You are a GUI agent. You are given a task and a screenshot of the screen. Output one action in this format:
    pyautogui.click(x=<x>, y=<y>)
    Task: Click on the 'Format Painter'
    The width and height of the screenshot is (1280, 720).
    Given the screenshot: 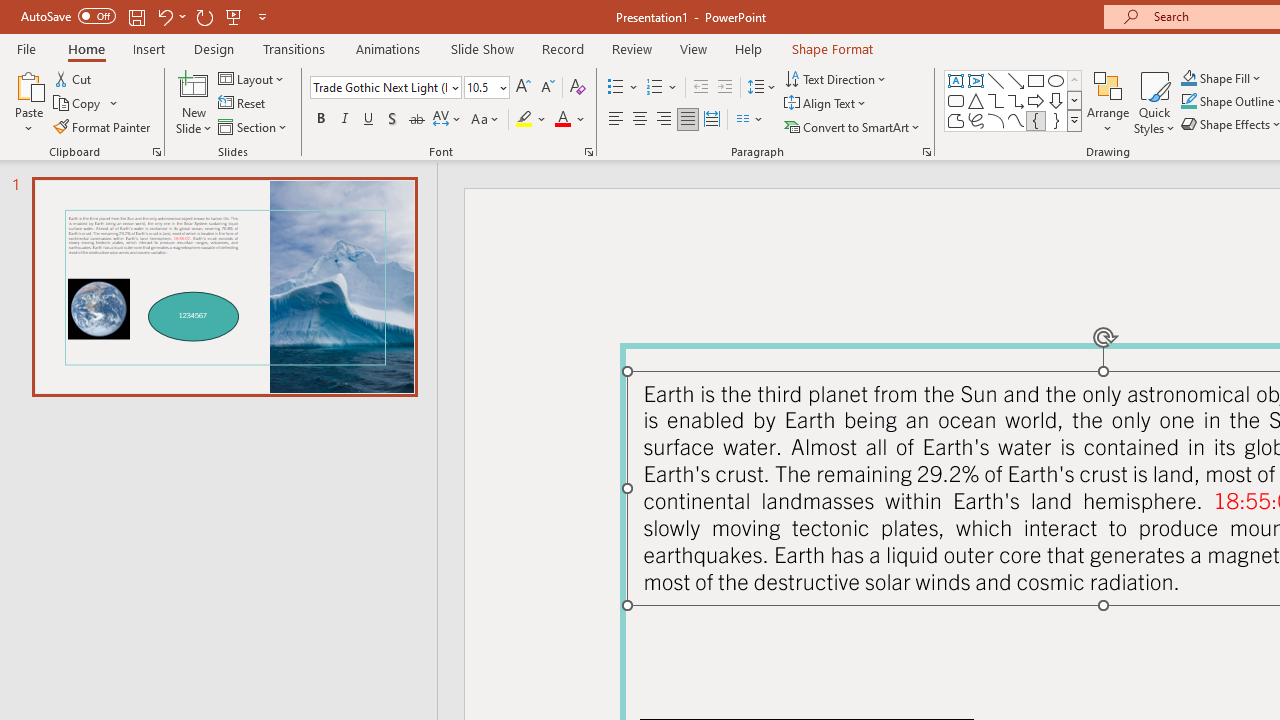 What is the action you would take?
    pyautogui.click(x=102, y=127)
    